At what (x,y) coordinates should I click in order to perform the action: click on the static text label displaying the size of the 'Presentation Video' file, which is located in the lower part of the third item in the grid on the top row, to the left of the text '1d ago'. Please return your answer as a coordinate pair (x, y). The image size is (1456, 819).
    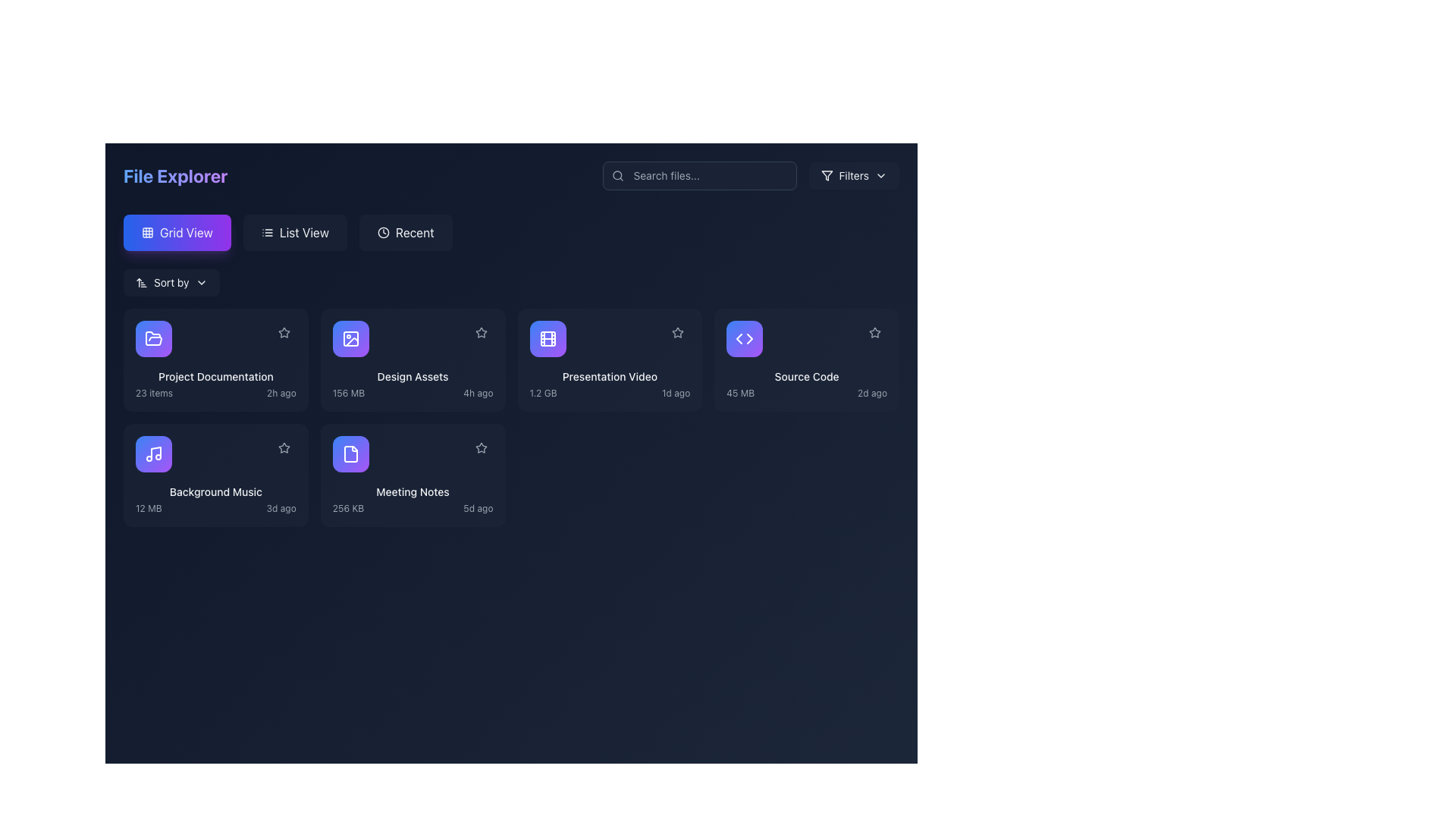
    Looking at the image, I should click on (543, 393).